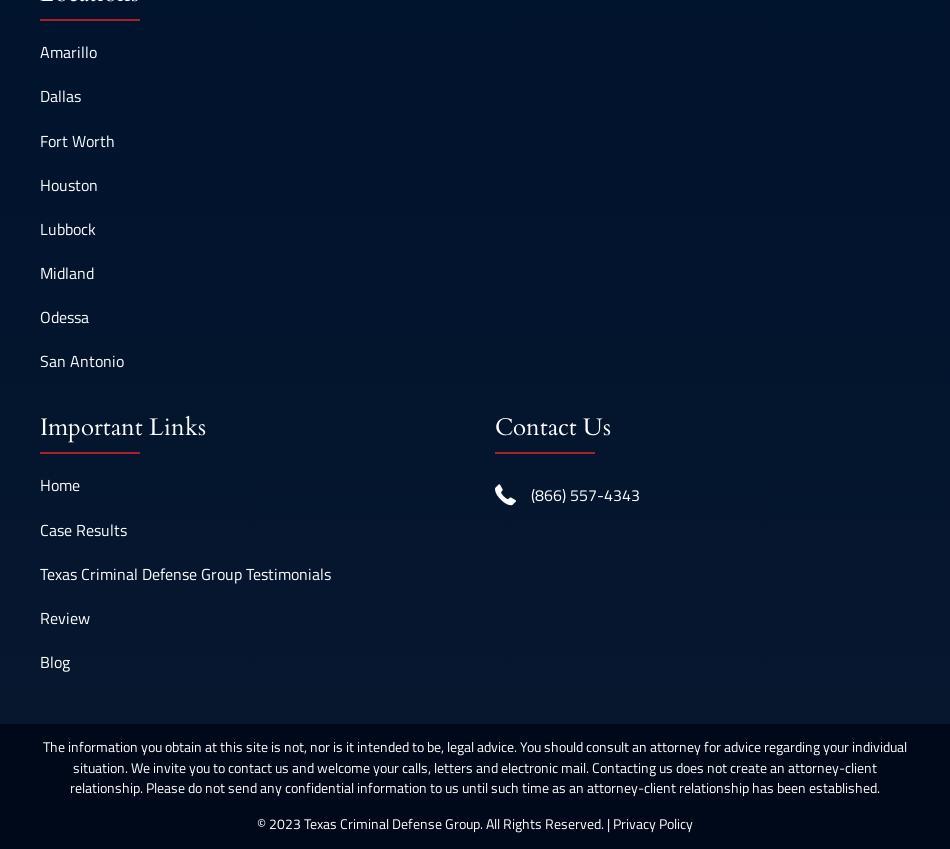 This screenshot has height=849, width=950. I want to click on 'Odessa', so click(39, 316).